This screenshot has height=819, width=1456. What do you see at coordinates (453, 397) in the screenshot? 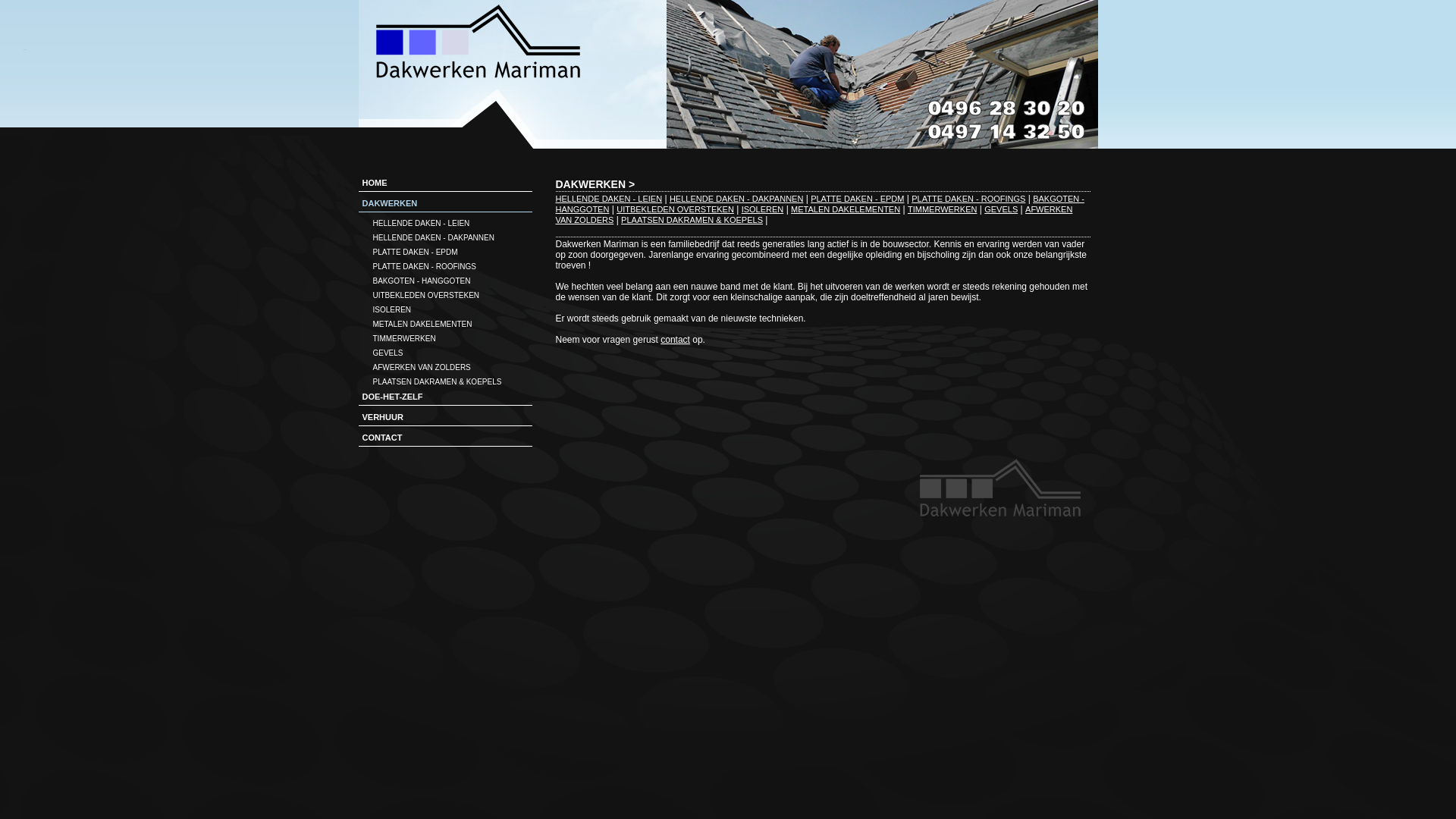
I see `'DOE-HET-ZELF'` at bounding box center [453, 397].